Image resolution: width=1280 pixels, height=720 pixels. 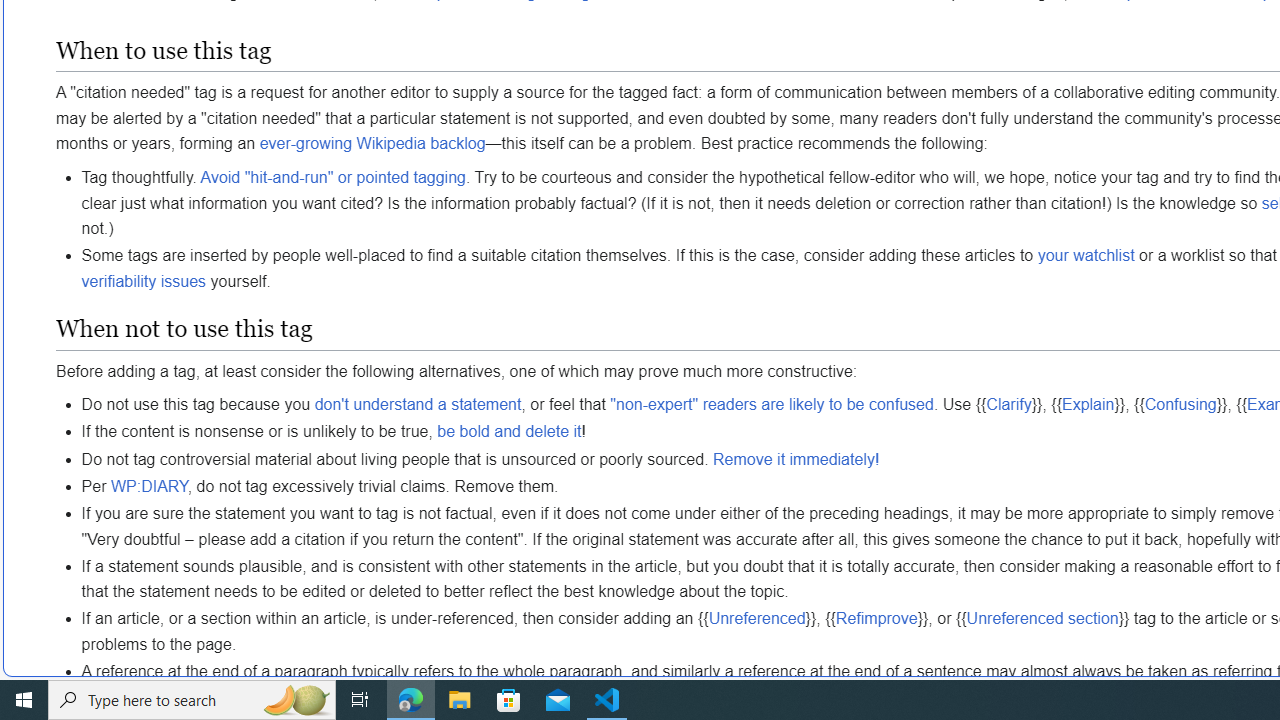 What do you see at coordinates (876, 617) in the screenshot?
I see `'Refimprove'` at bounding box center [876, 617].